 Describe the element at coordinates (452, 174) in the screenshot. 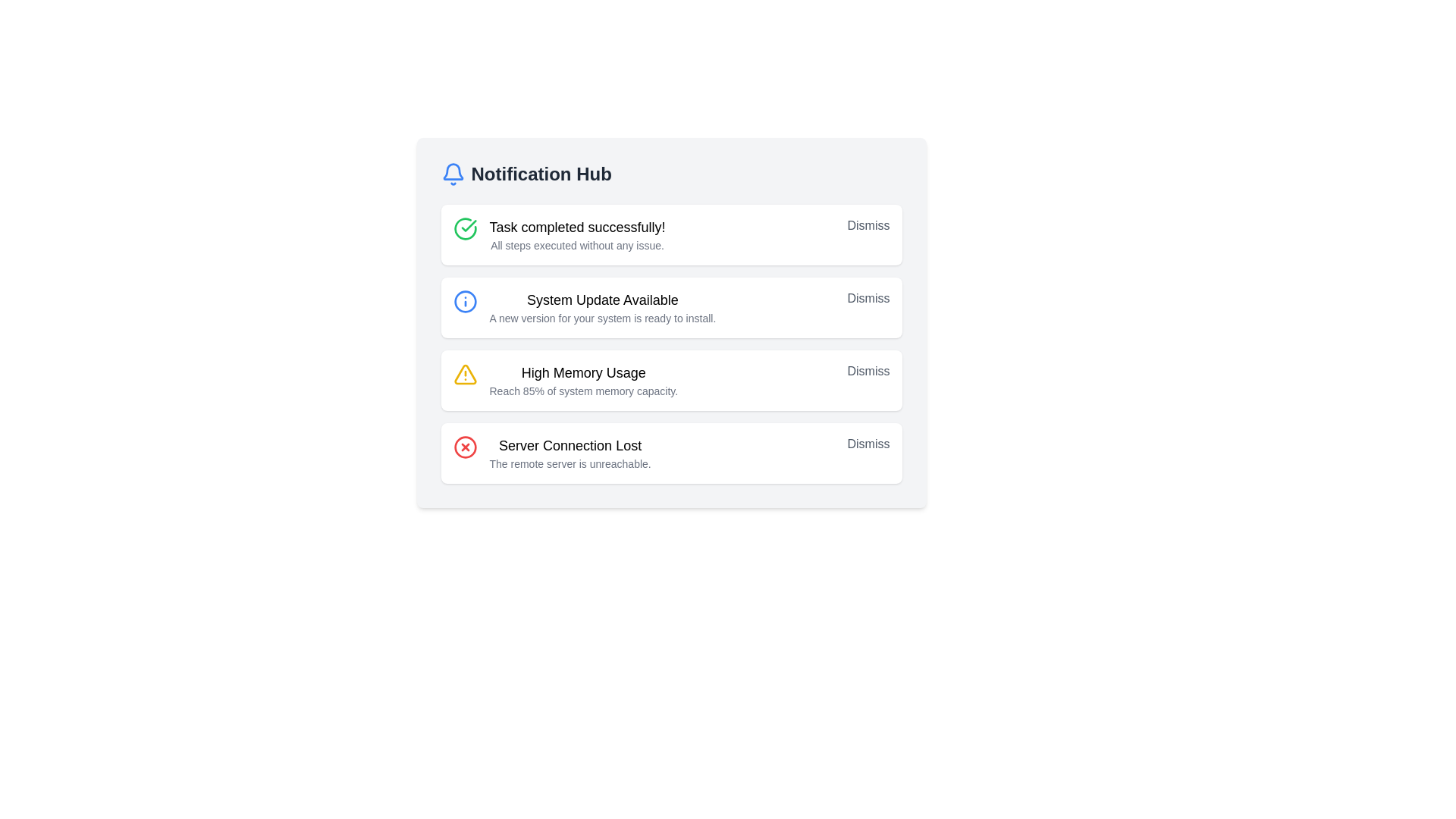

I see `the blue bell icon representing notifications located in the top-left corner of the 'Notification Hub' header section, positioned before the text 'Notification Hub'` at that location.